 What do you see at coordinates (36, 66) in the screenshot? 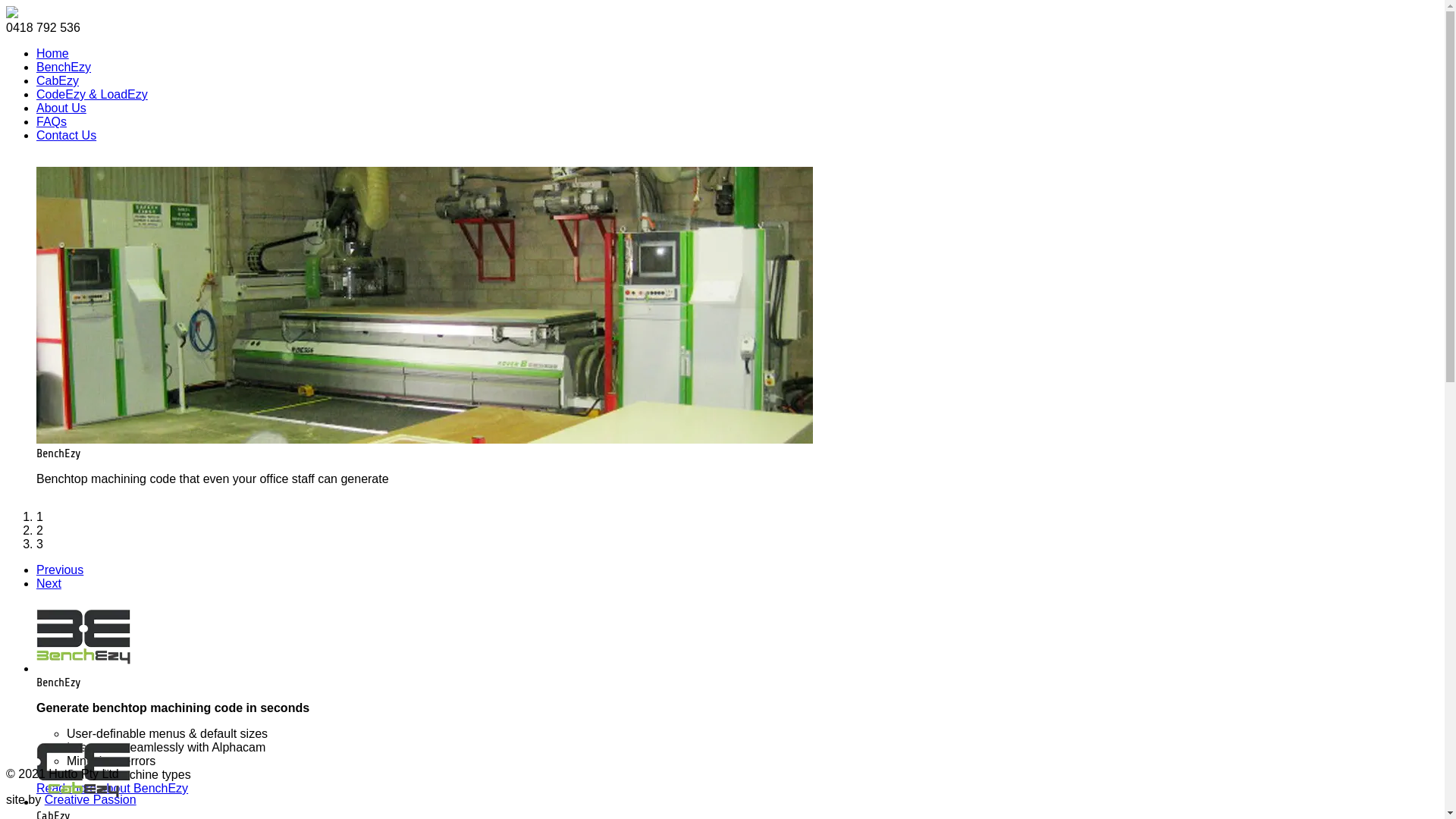
I see `'BenchEzy'` at bounding box center [36, 66].